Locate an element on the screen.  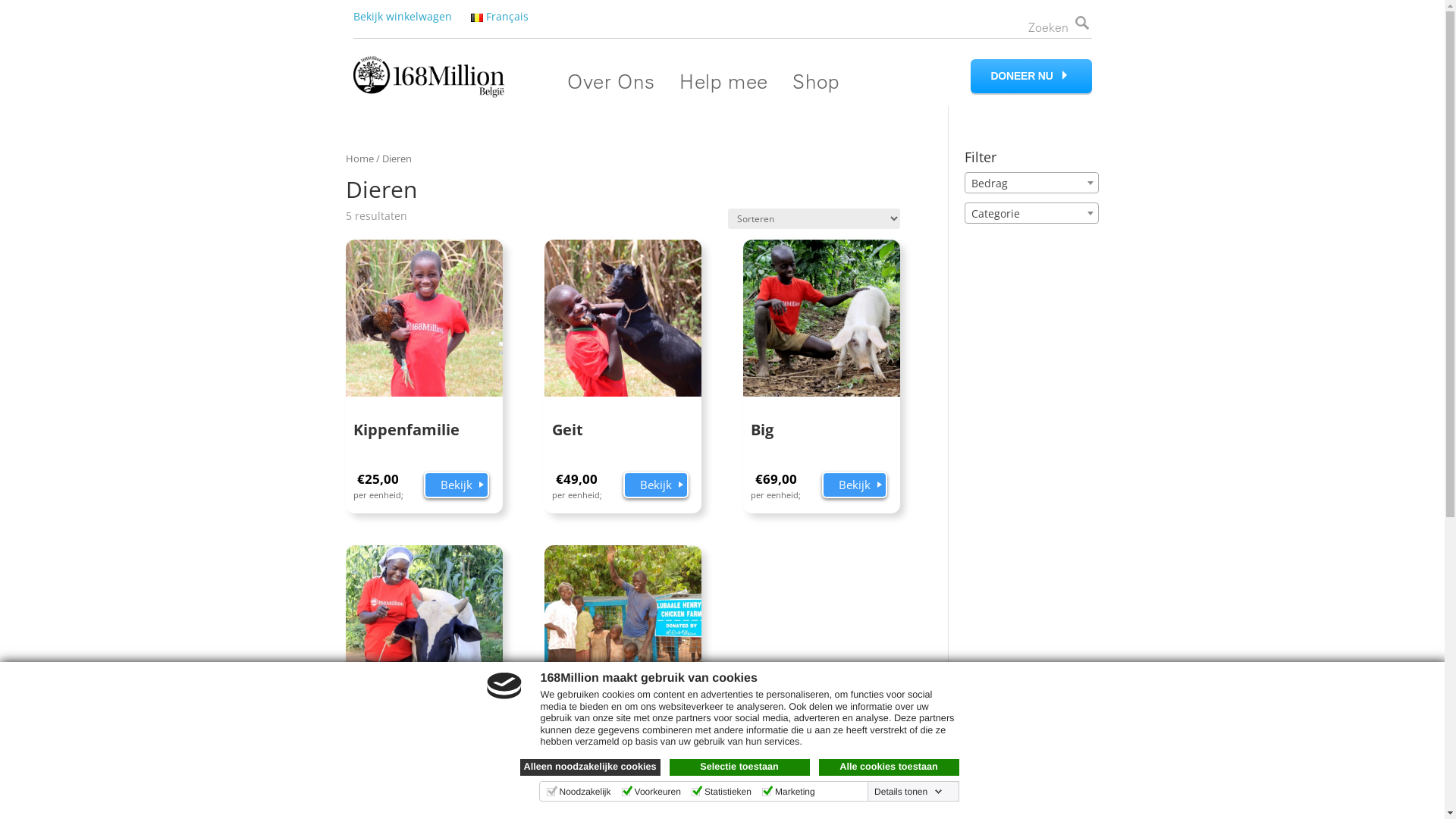
'Details tonen' is located at coordinates (871, 791).